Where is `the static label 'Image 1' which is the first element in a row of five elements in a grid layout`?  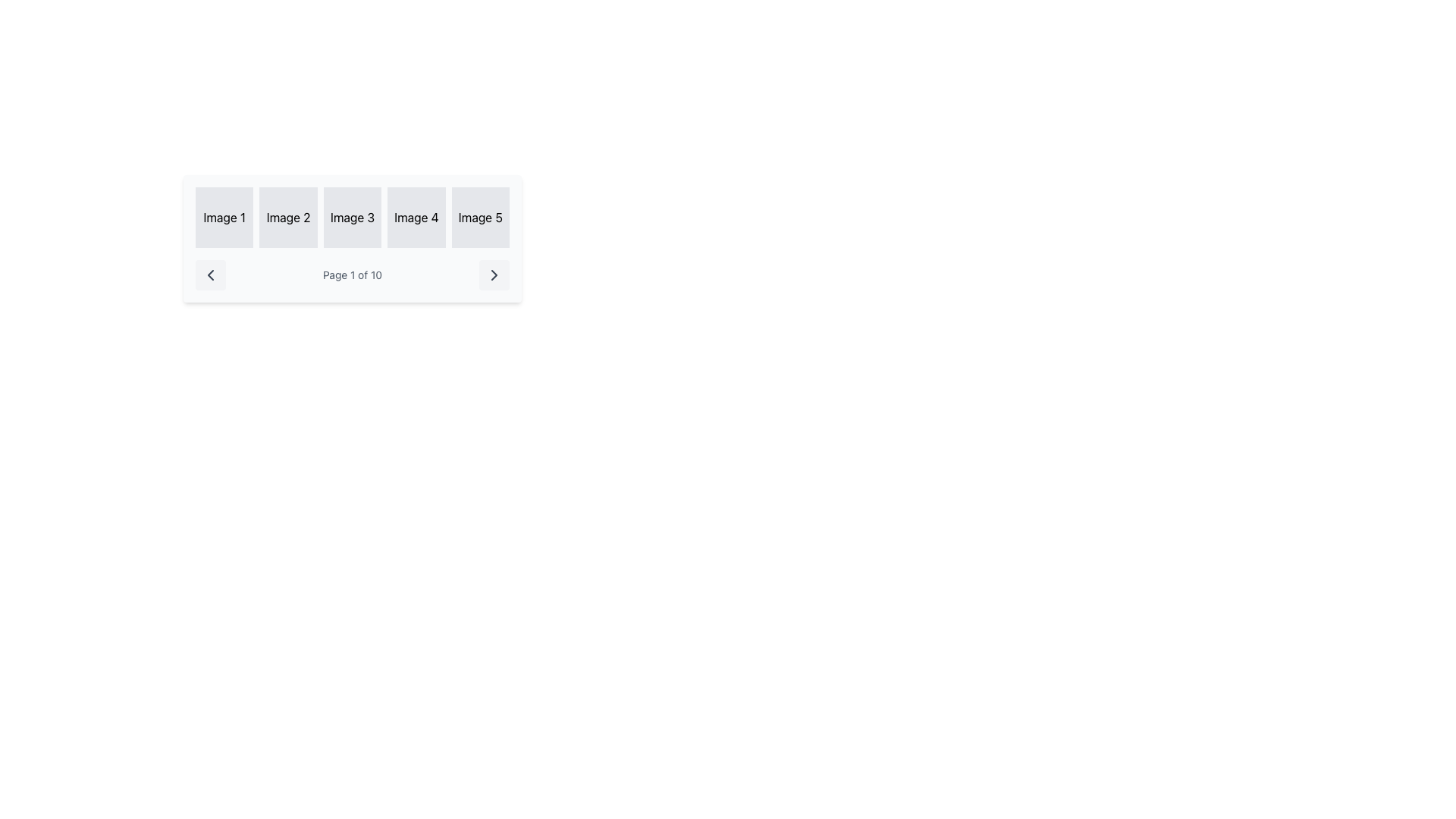 the static label 'Image 1' which is the first element in a row of five elements in a grid layout is located at coordinates (224, 217).